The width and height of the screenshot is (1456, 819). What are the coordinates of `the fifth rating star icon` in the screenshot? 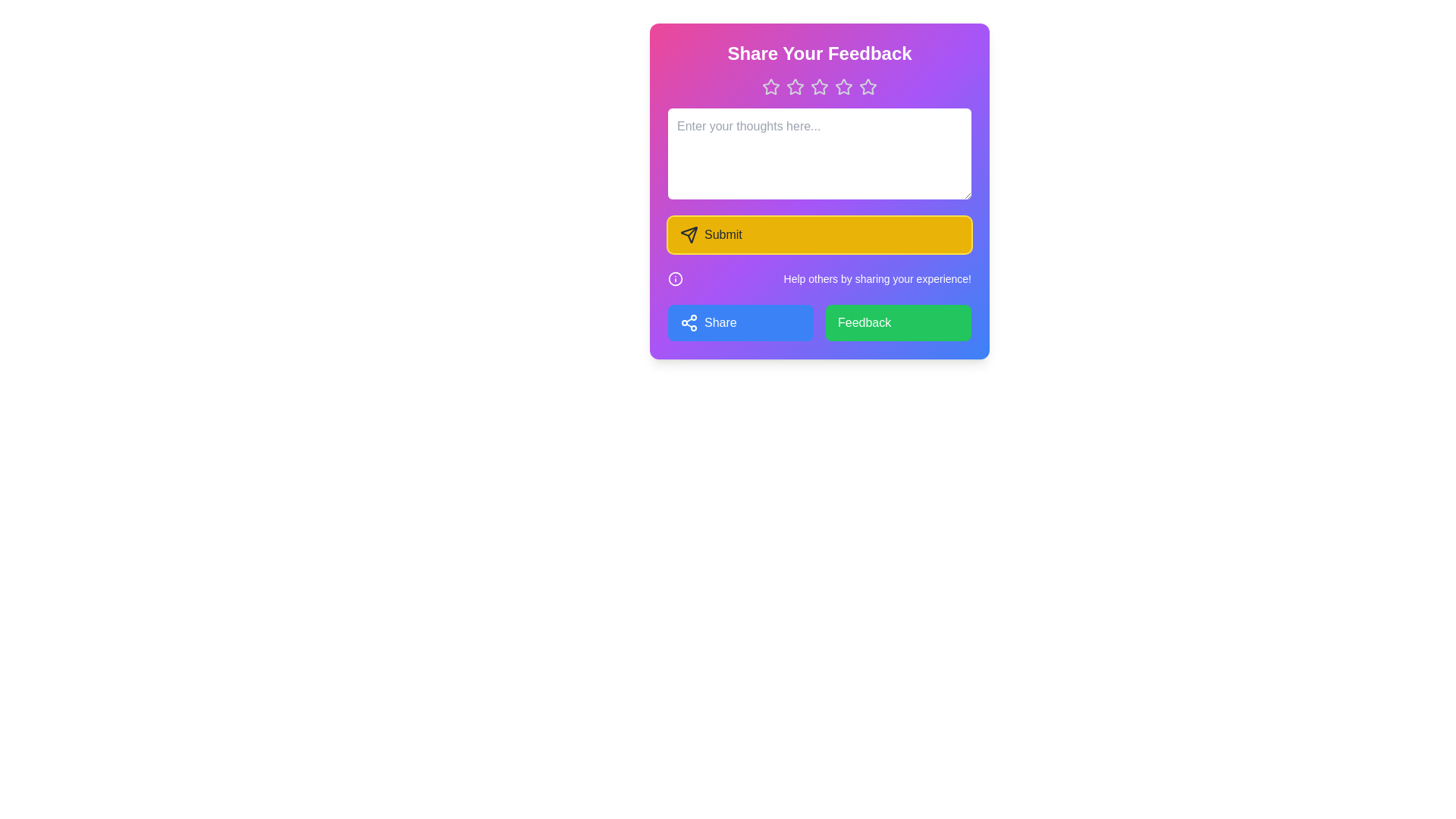 It's located at (868, 86).